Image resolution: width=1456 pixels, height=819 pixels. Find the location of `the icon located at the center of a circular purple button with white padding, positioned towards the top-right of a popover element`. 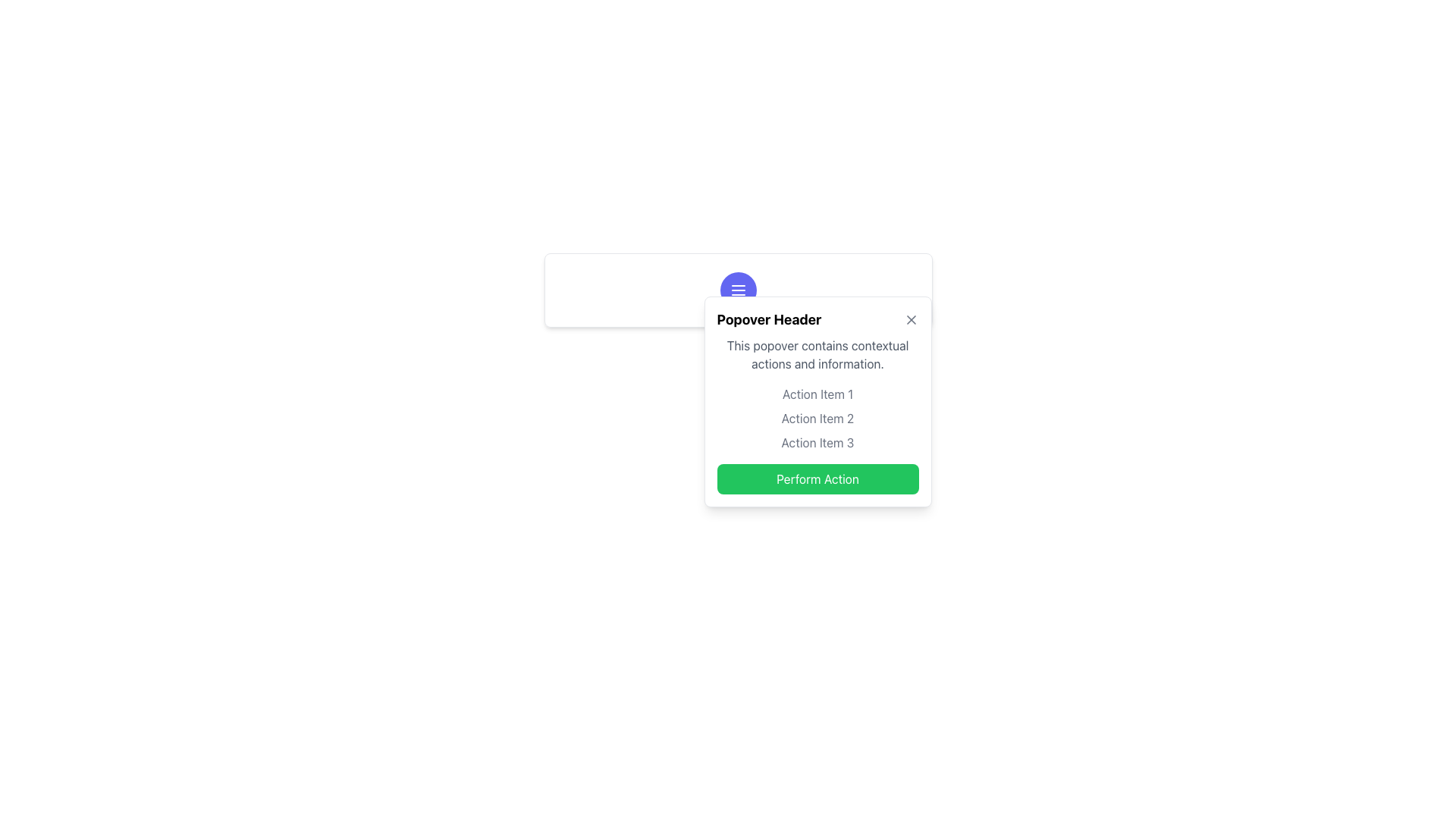

the icon located at the center of a circular purple button with white padding, positioned towards the top-right of a popover element is located at coordinates (738, 290).